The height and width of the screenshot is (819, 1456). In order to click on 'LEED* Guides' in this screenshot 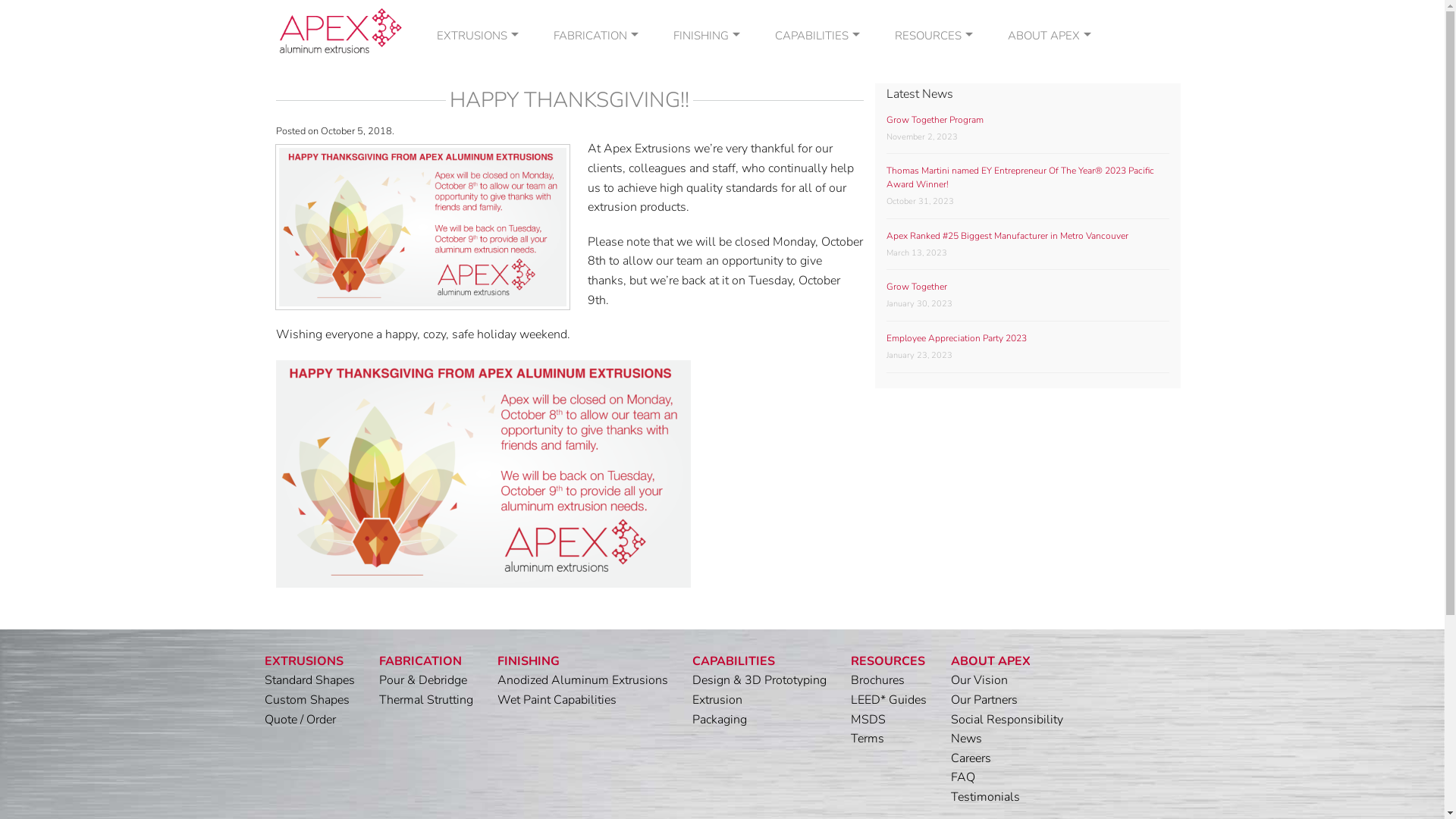, I will do `click(888, 699)`.